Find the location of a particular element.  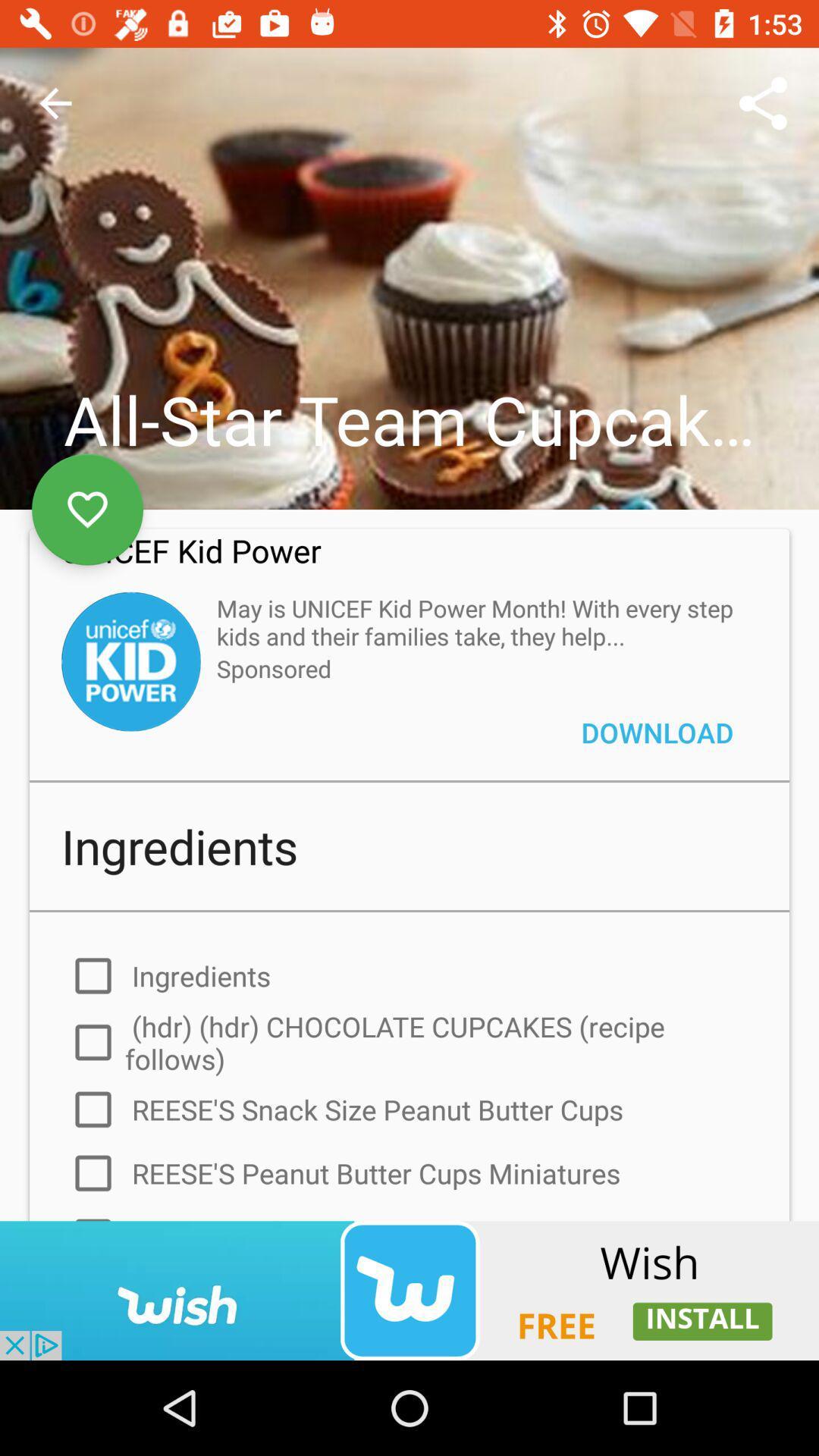

open browser is located at coordinates (409, 1290).